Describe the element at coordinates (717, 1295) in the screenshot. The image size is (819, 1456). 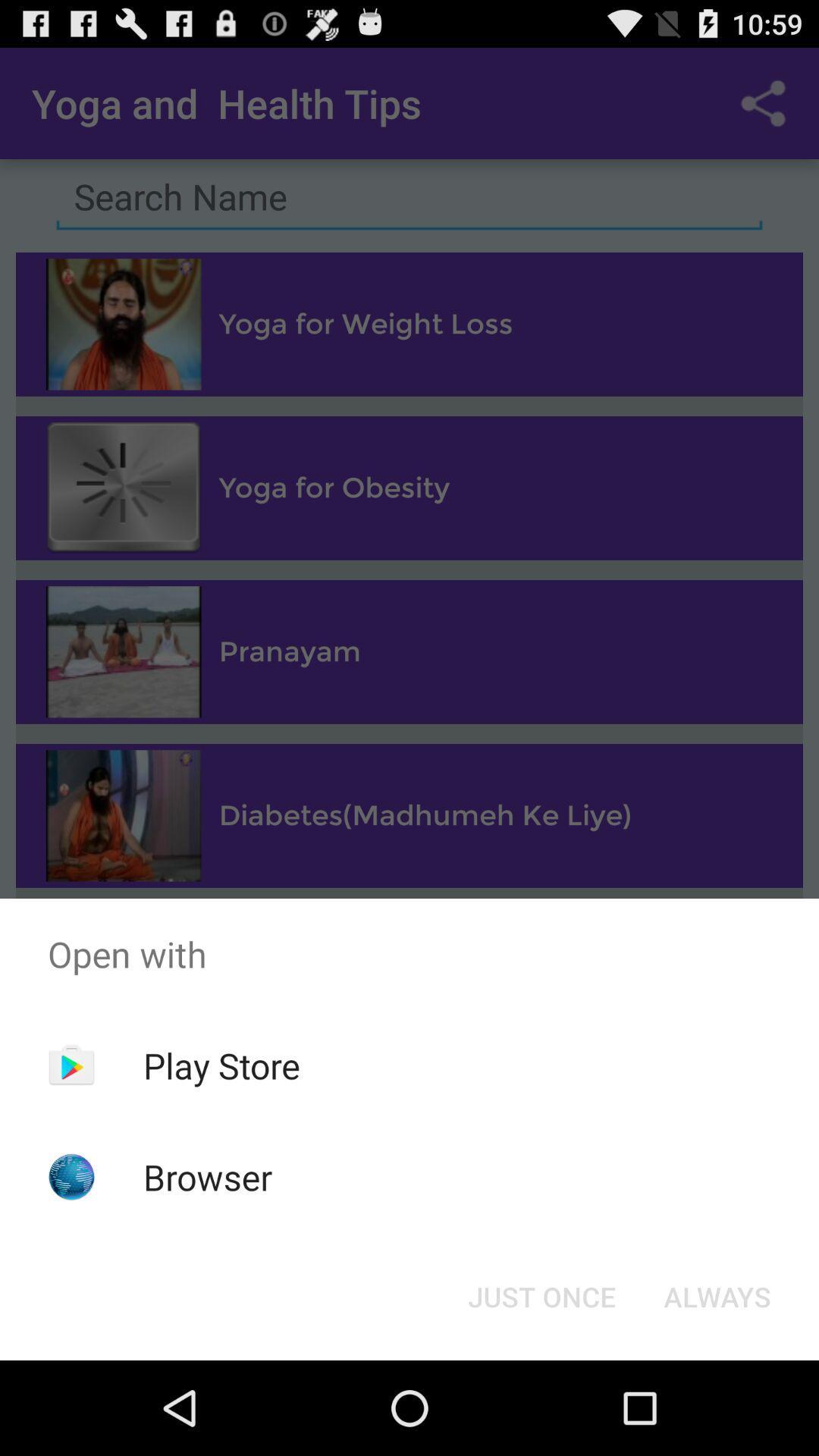
I see `always` at that location.